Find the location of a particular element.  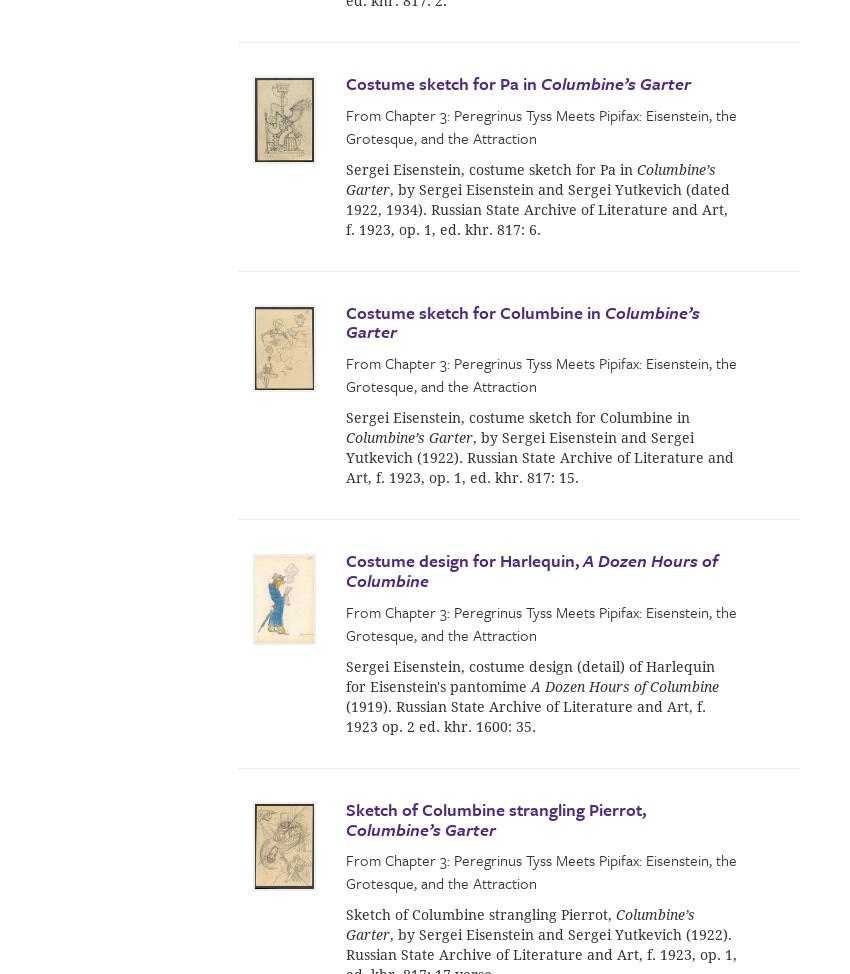

'(1919). Russian State Archive of Literature and Art, f. 1923 op. 2 ed. khr. 1600: 35.' is located at coordinates (524, 715).